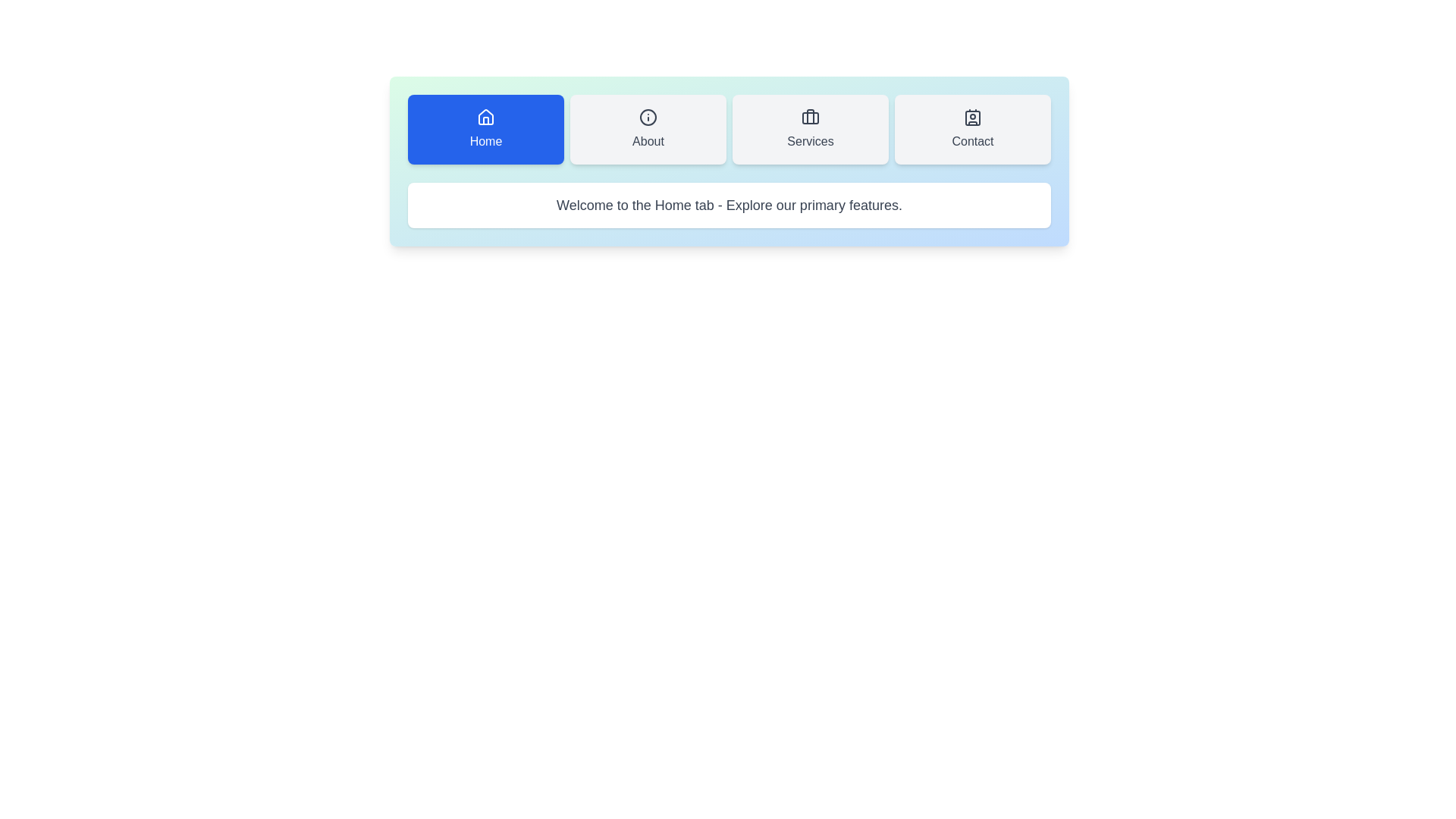 This screenshot has height=819, width=1456. I want to click on the 'Home' navigation button icon located at the top-left of the navigation menu, so click(486, 116).